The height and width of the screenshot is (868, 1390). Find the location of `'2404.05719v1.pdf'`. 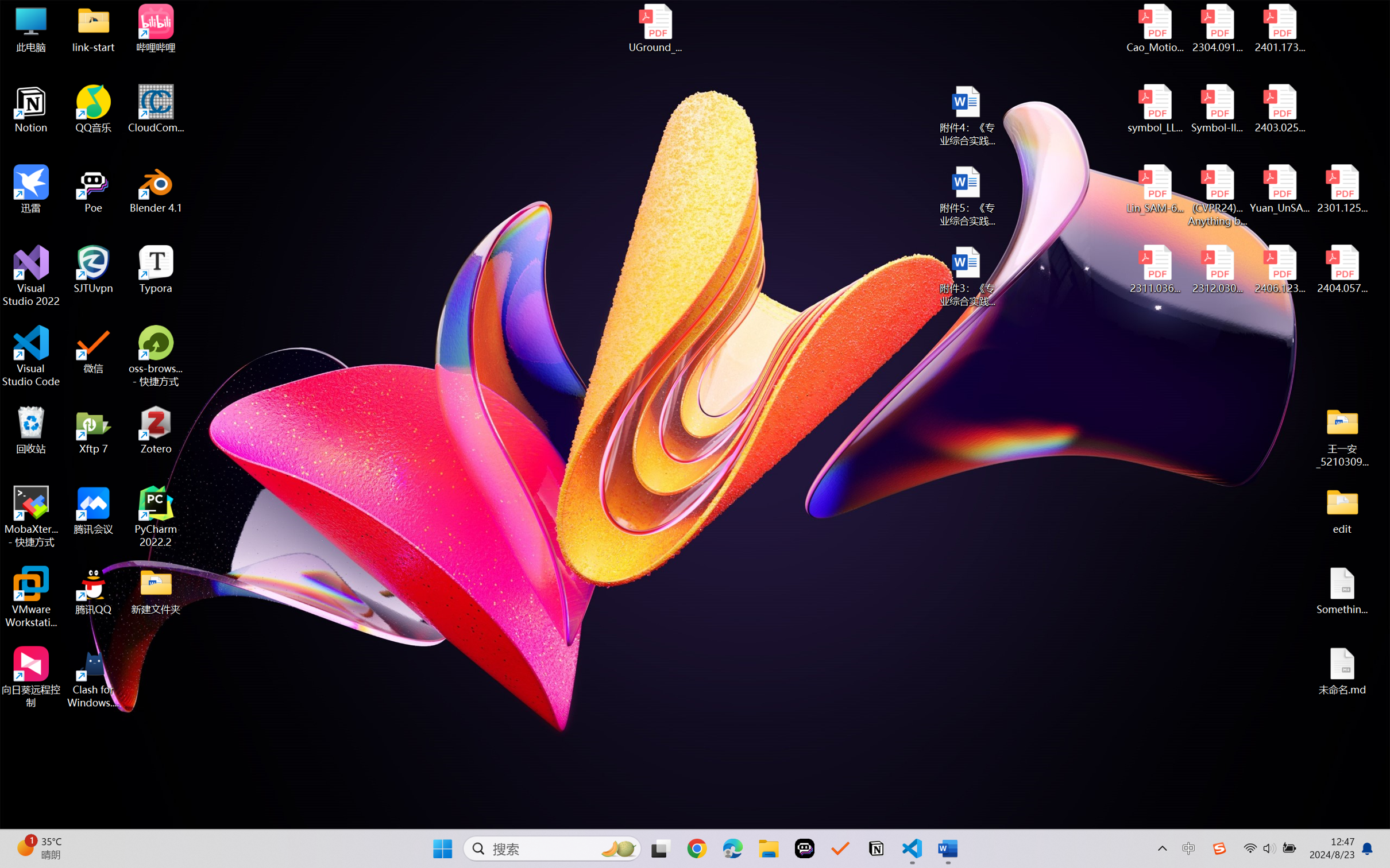

'2404.05719v1.pdf' is located at coordinates (1341, 269).